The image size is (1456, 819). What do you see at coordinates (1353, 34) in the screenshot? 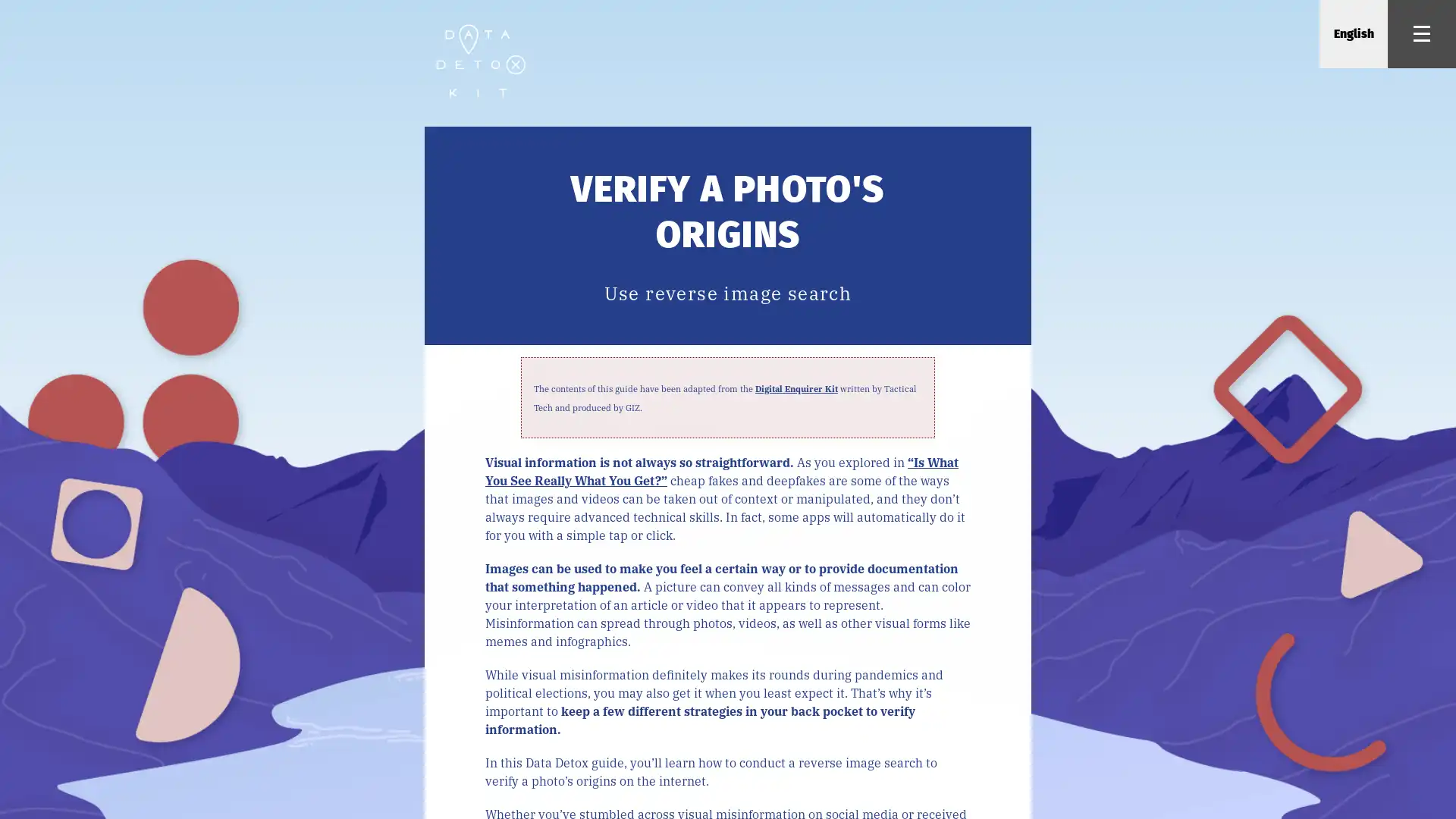
I see `English` at bounding box center [1353, 34].